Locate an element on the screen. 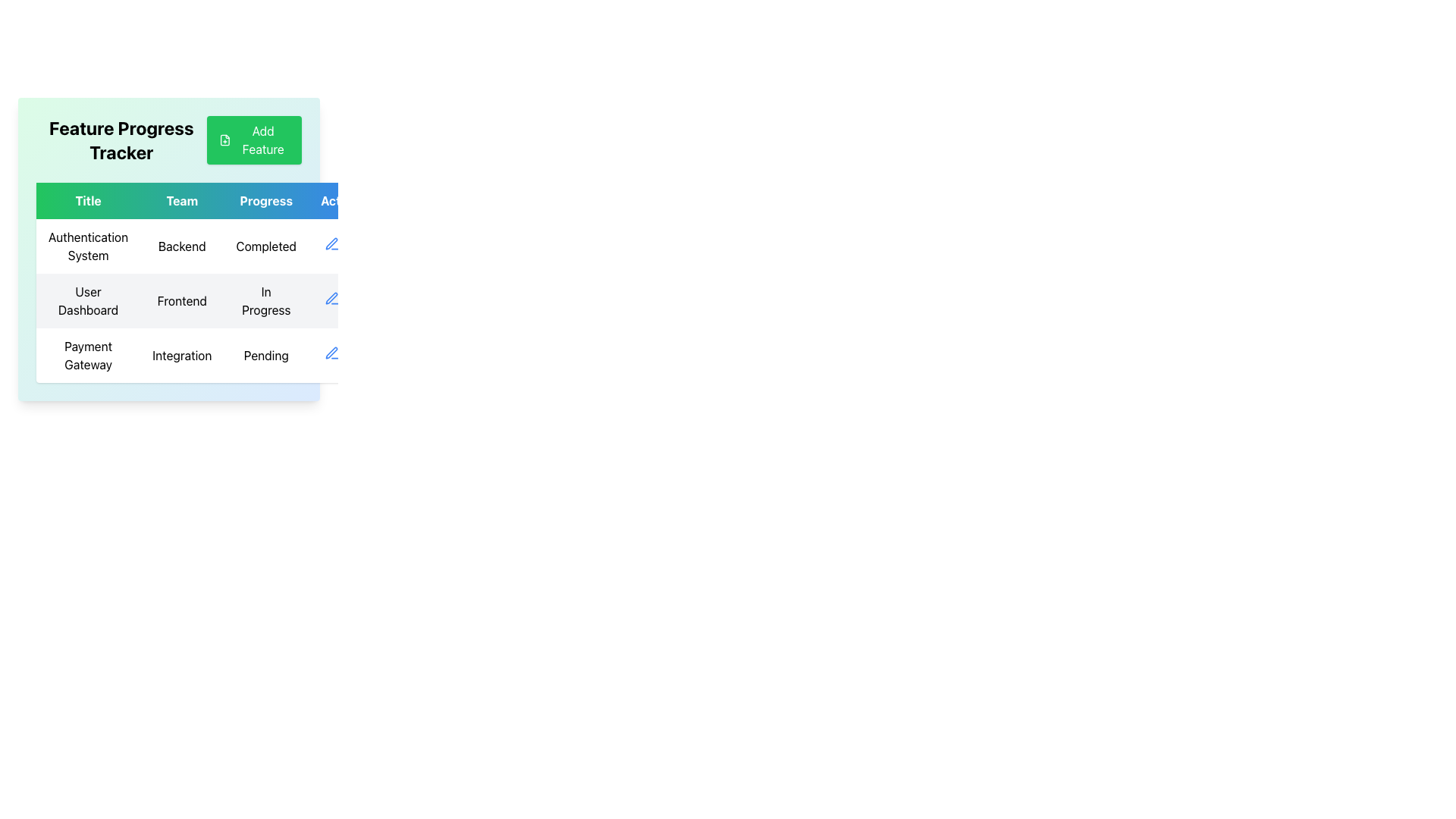  the header text label that indicates the column for team-related data, located centrally between the 'Title' and 'Progress' labels in the table header is located at coordinates (182, 200).